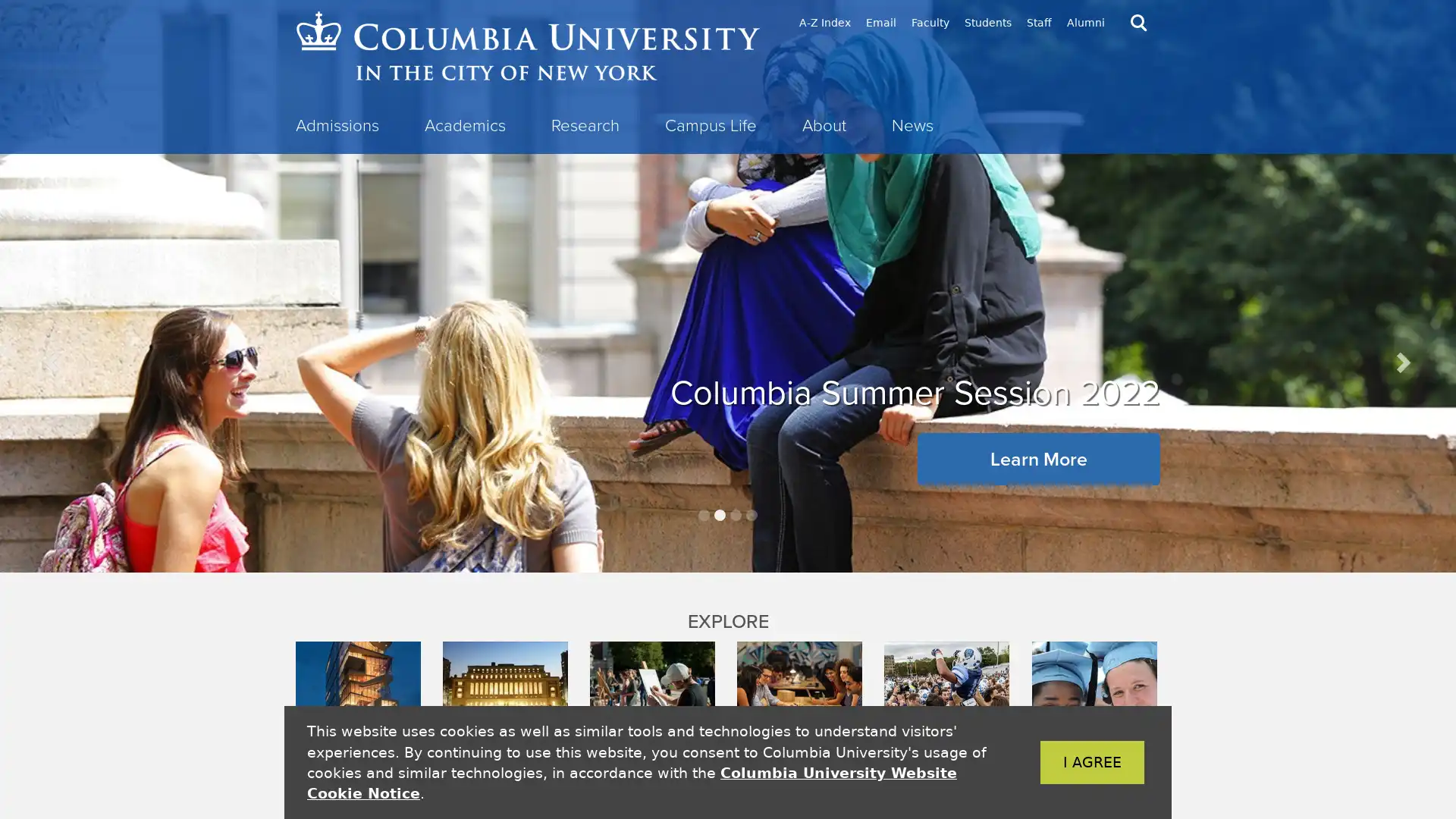 The image size is (1456, 819). Describe the element at coordinates (54, 362) in the screenshot. I see `Previous` at that location.